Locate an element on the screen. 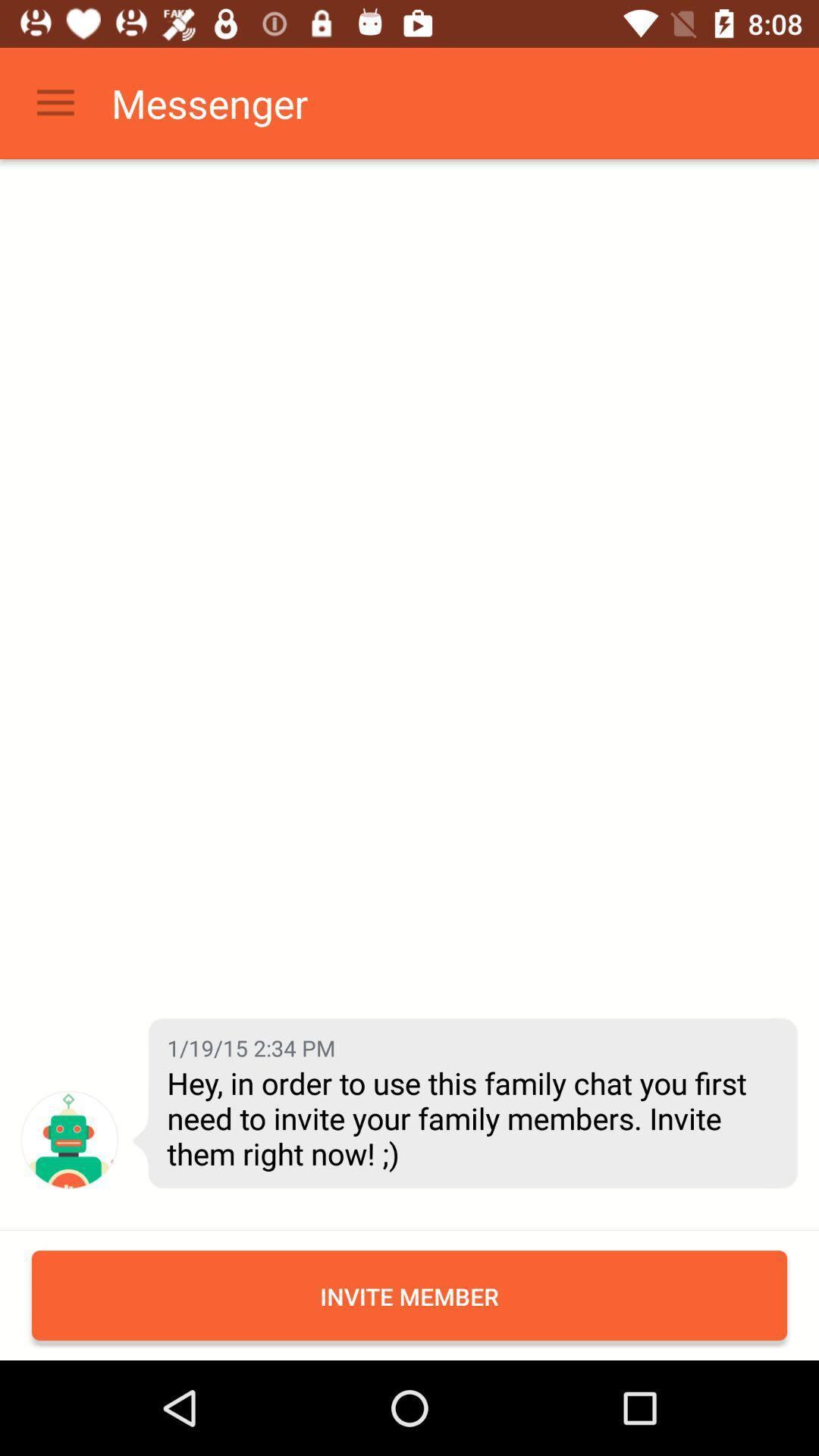 This screenshot has width=819, height=1456. the icon to the left of messenger is located at coordinates (55, 102).